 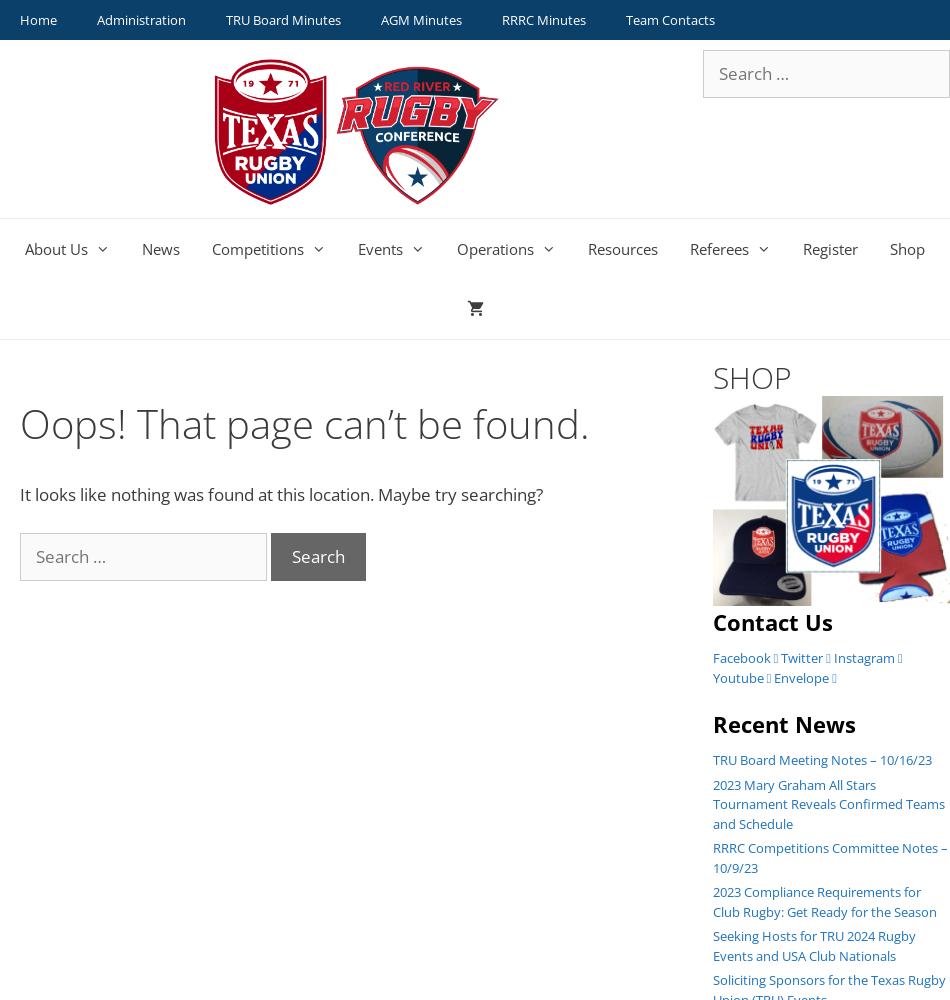 I want to click on 'It looks like nothing was found at this location. Maybe try searching?', so click(x=280, y=493).